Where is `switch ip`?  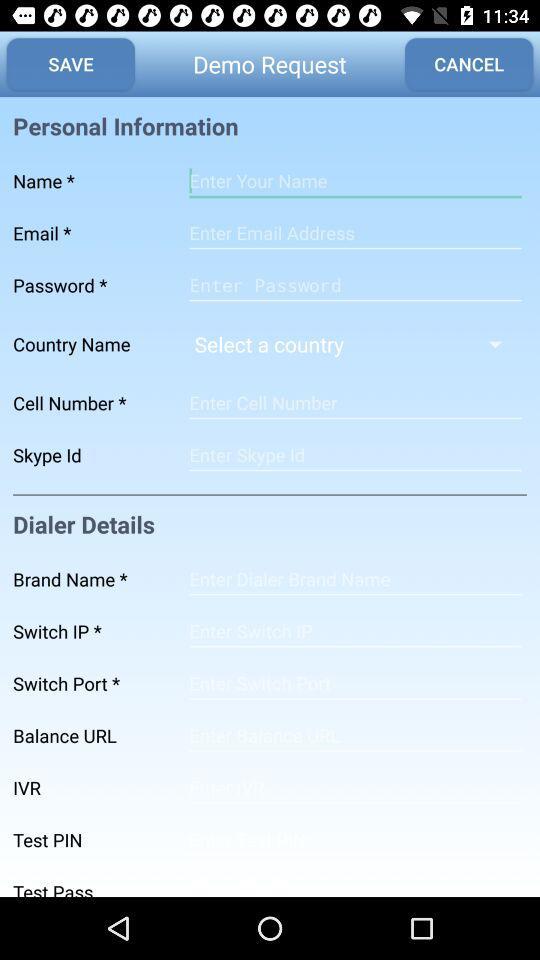 switch ip is located at coordinates (354, 630).